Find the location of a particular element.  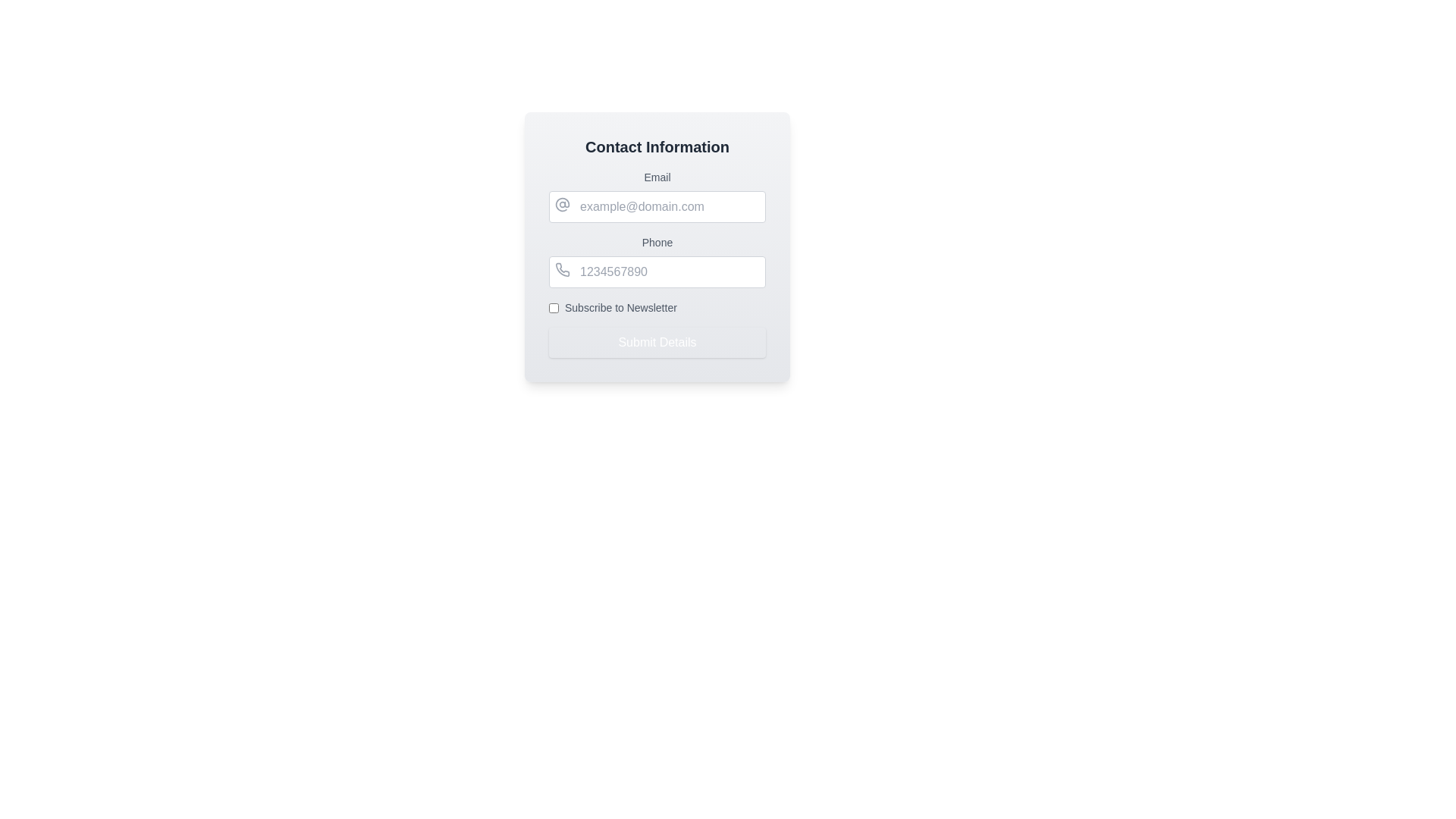

the 'Phone' text input field to focus the input box is located at coordinates (657, 260).